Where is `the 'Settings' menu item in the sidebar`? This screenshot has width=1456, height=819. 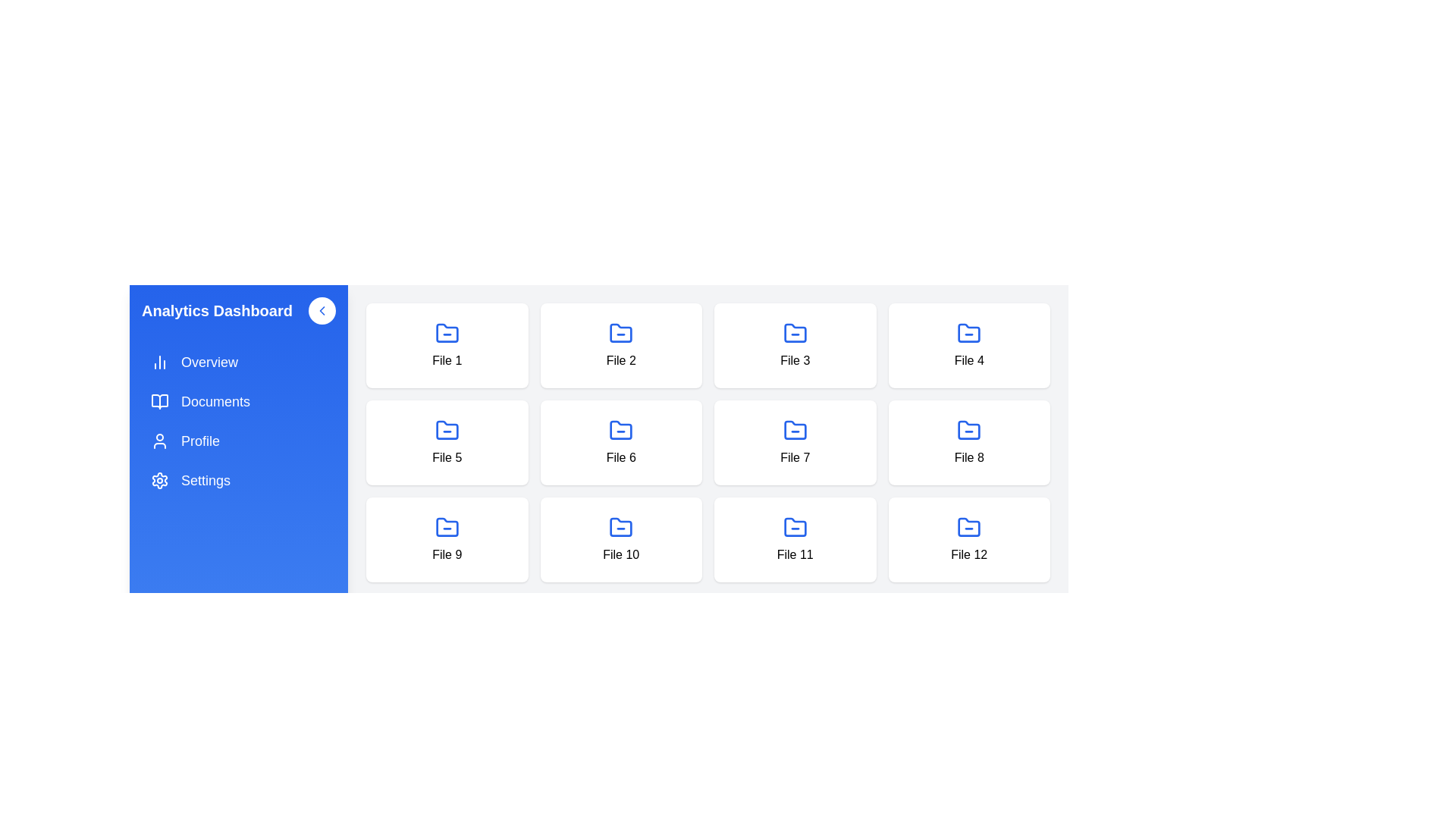
the 'Settings' menu item in the sidebar is located at coordinates (238, 480).